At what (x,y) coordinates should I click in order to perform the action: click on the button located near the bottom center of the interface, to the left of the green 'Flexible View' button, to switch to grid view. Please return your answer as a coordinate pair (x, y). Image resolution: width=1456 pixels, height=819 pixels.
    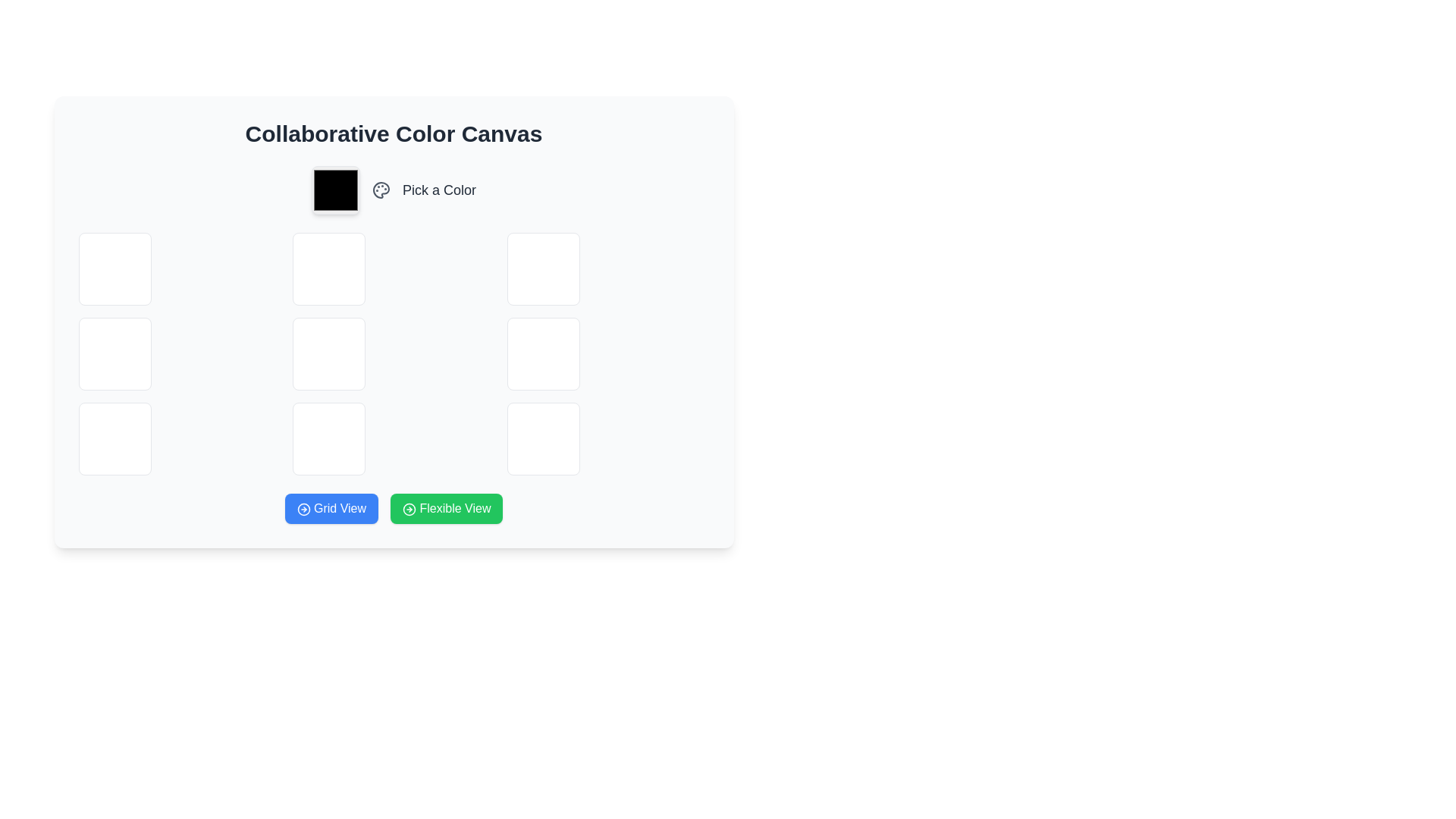
    Looking at the image, I should click on (331, 509).